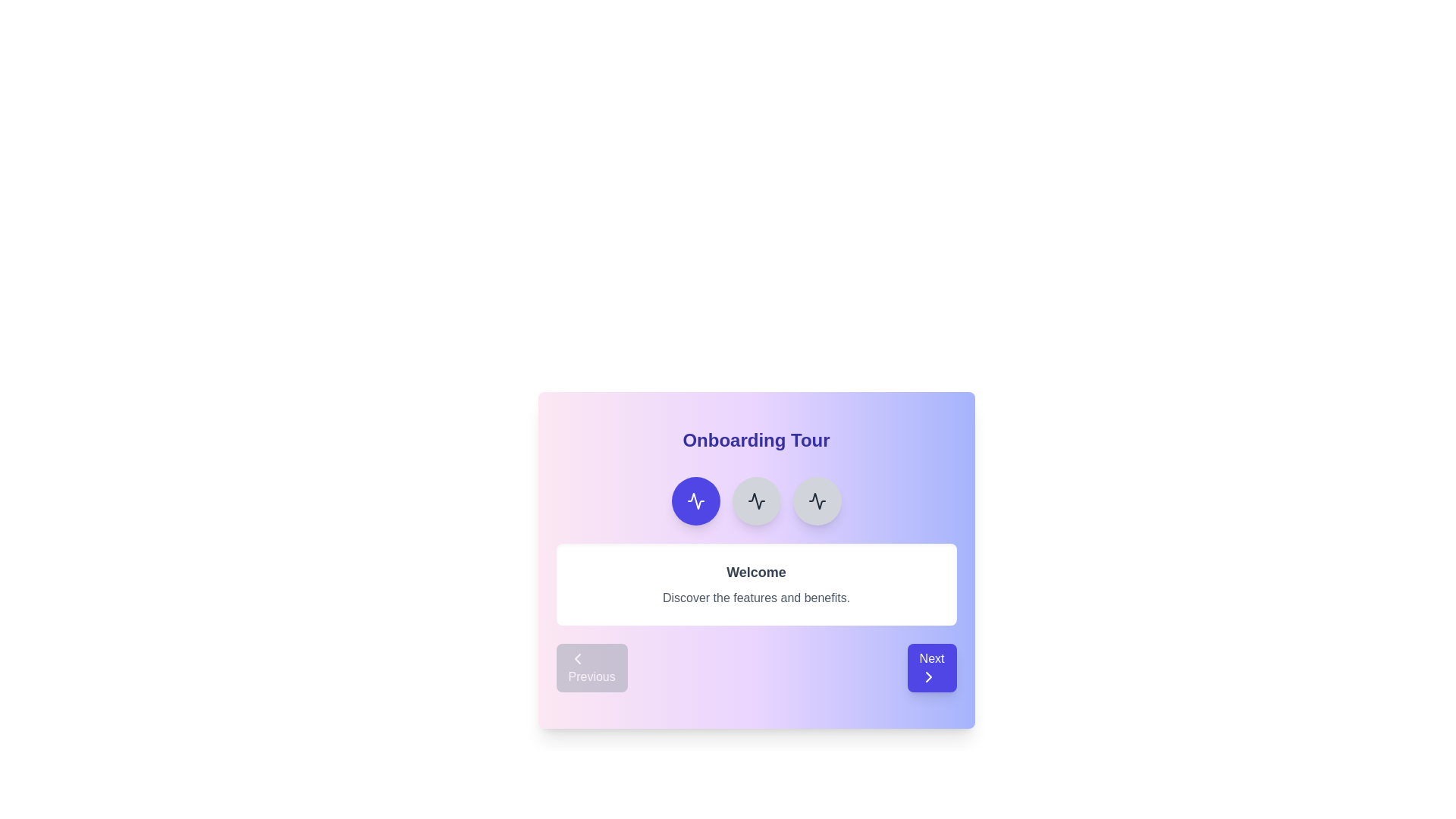 The width and height of the screenshot is (1456, 819). What do you see at coordinates (816, 500) in the screenshot?
I see `the circular button with a gray background and a black wave-like icon, which is the rightmost button in a horizontal group of three buttons located under the 'Onboarding Tour' title and above the 'Welcome' text` at bounding box center [816, 500].